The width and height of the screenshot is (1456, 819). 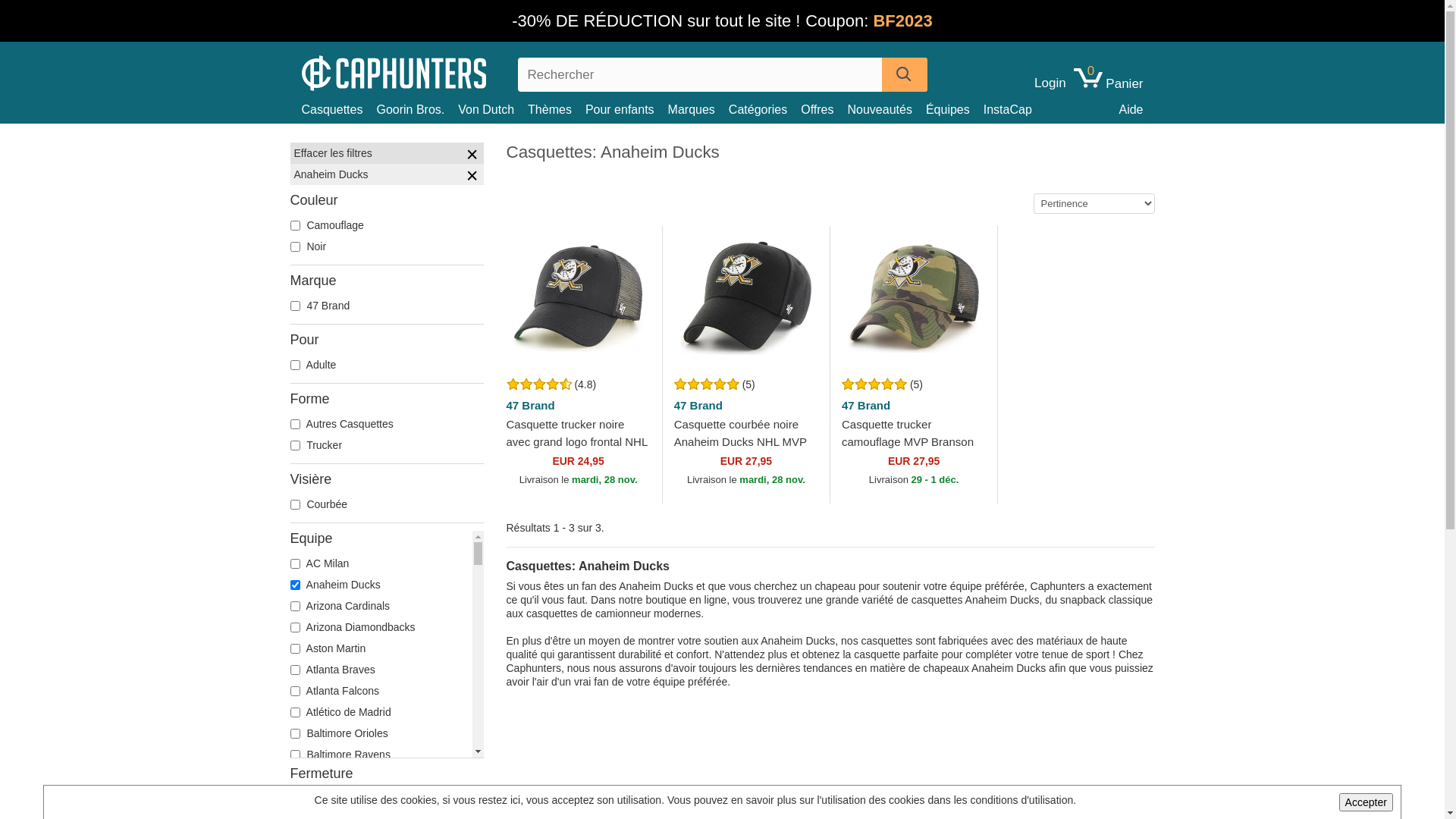 What do you see at coordinates (1118, 108) in the screenshot?
I see `'Aide'` at bounding box center [1118, 108].